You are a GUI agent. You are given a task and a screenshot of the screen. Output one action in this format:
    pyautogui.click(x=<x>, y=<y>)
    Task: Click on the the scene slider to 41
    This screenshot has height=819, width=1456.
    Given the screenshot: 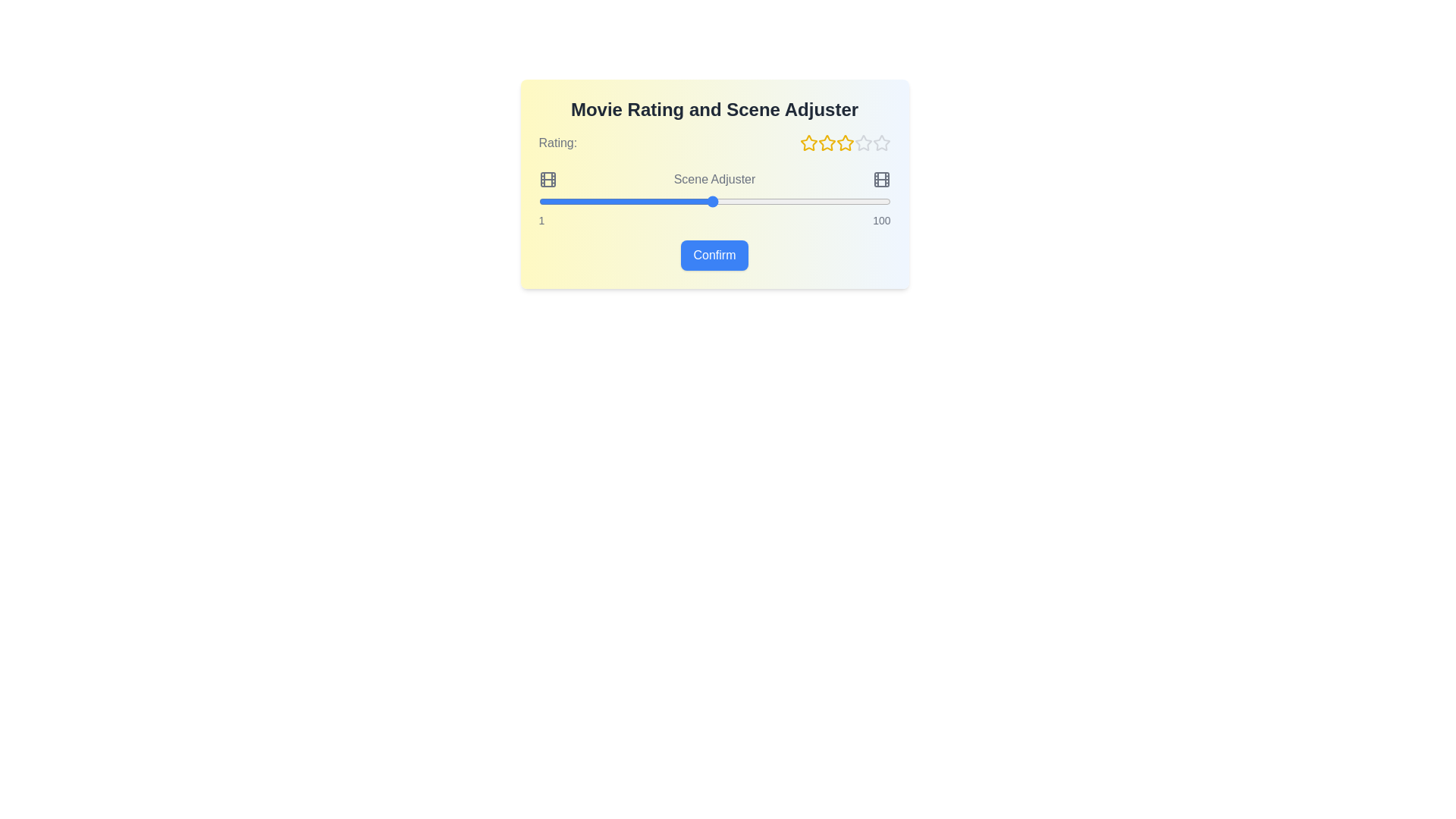 What is the action you would take?
    pyautogui.click(x=679, y=201)
    